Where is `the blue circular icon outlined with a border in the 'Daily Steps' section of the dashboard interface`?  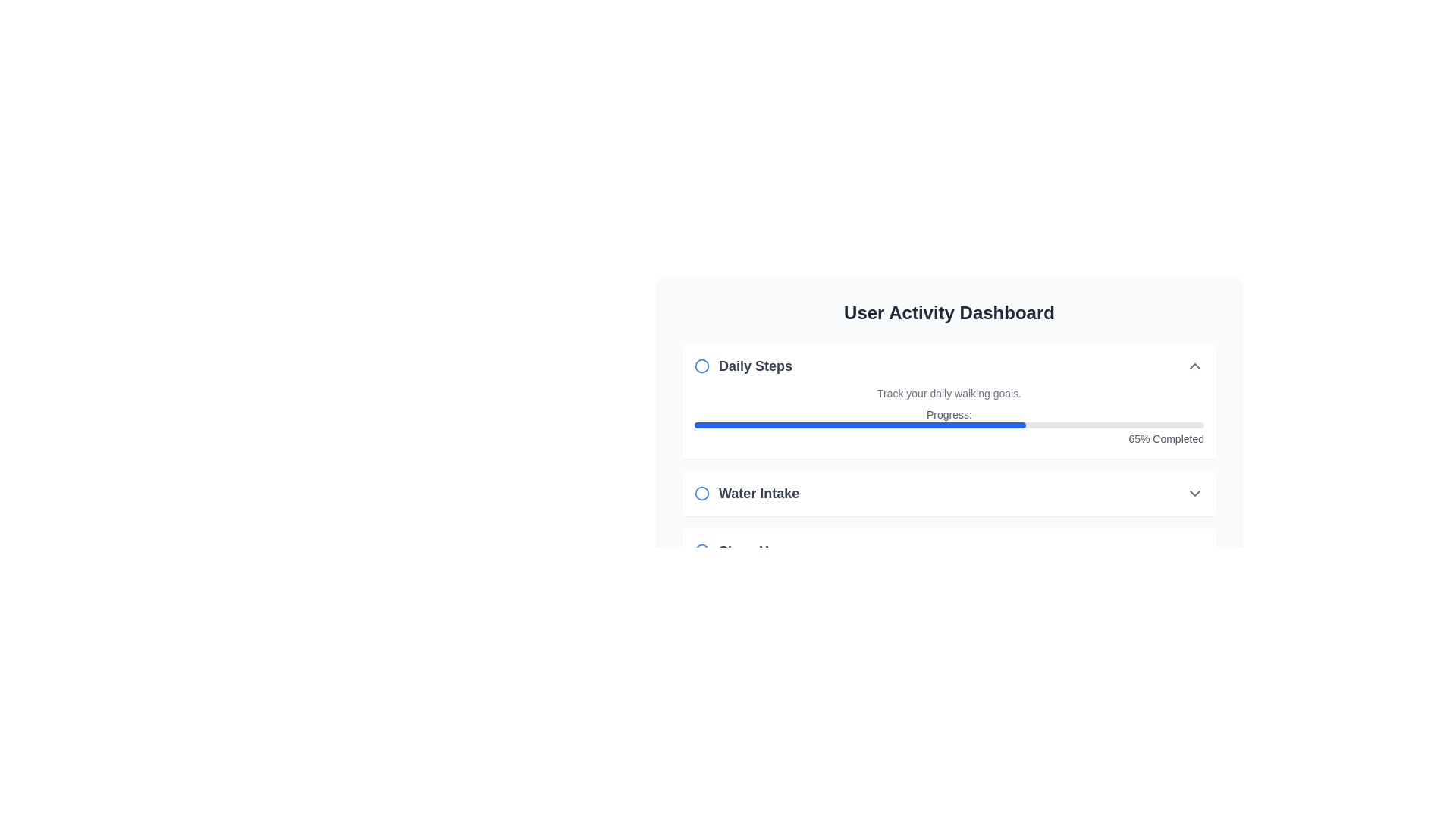 the blue circular icon outlined with a border in the 'Daily Steps' section of the dashboard interface is located at coordinates (701, 366).